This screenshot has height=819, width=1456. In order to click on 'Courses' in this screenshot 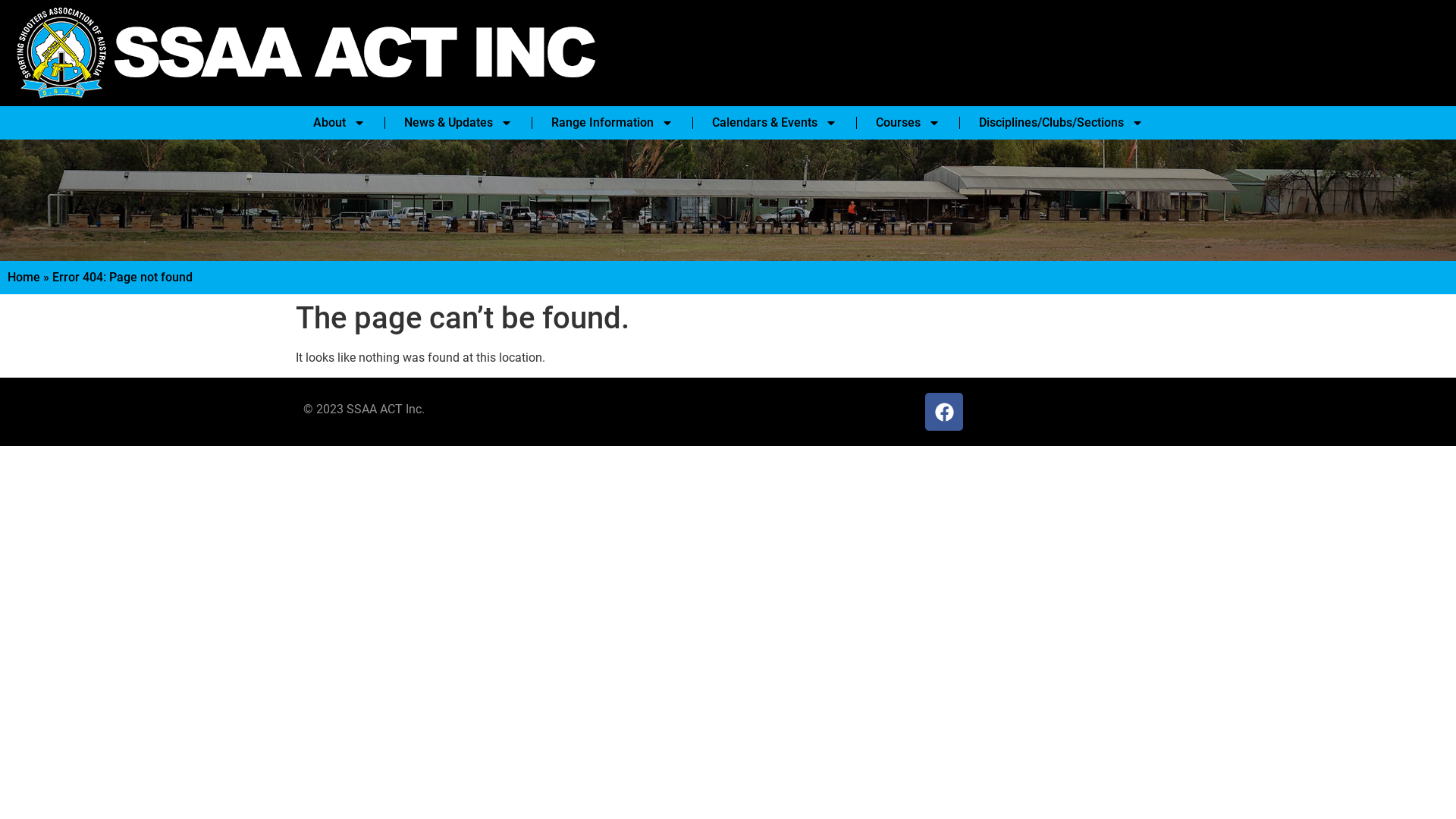, I will do `click(907, 122)`.